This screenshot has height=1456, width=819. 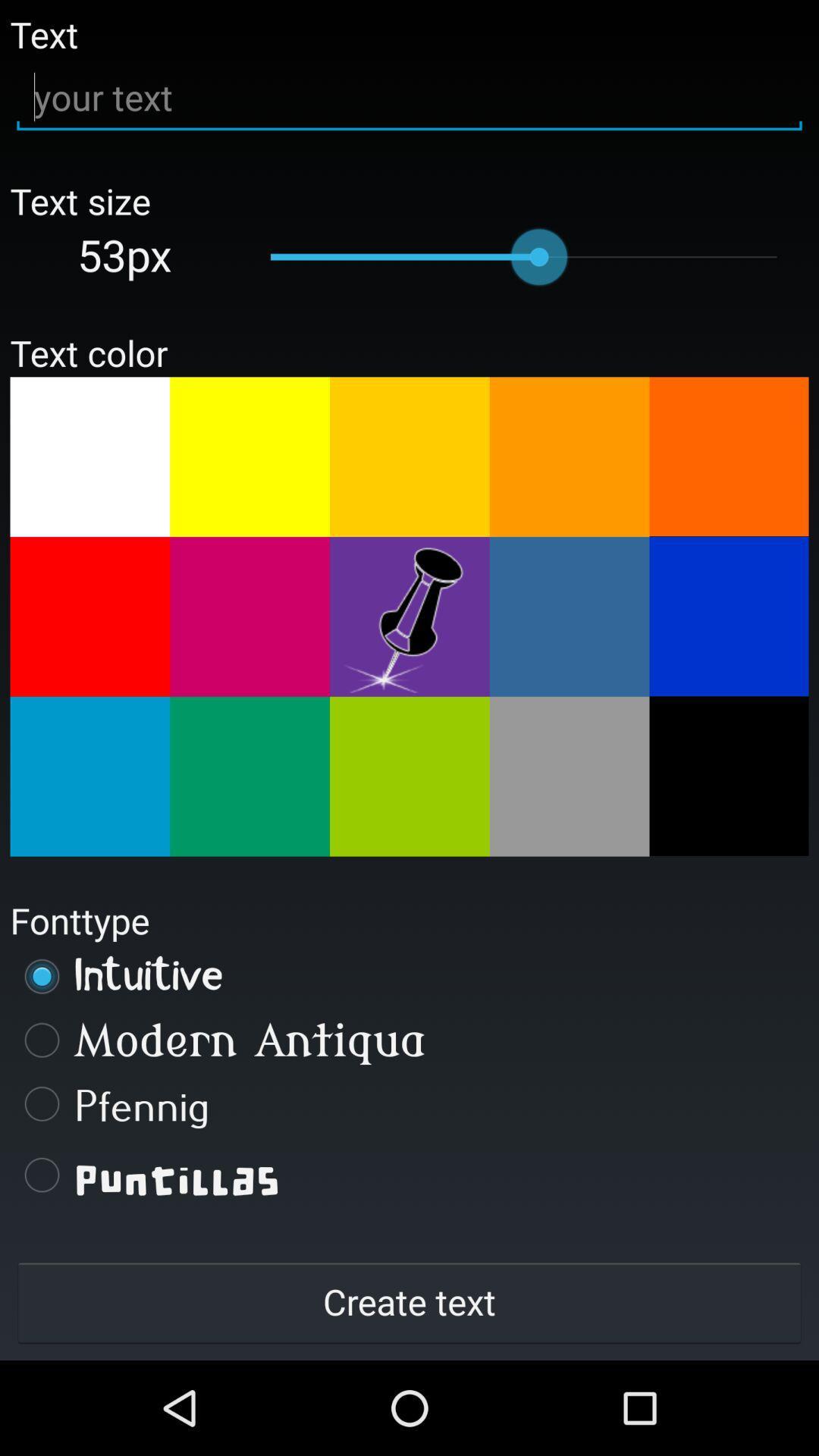 What do you see at coordinates (570, 617) in the screenshot?
I see `change text color to light blue` at bounding box center [570, 617].